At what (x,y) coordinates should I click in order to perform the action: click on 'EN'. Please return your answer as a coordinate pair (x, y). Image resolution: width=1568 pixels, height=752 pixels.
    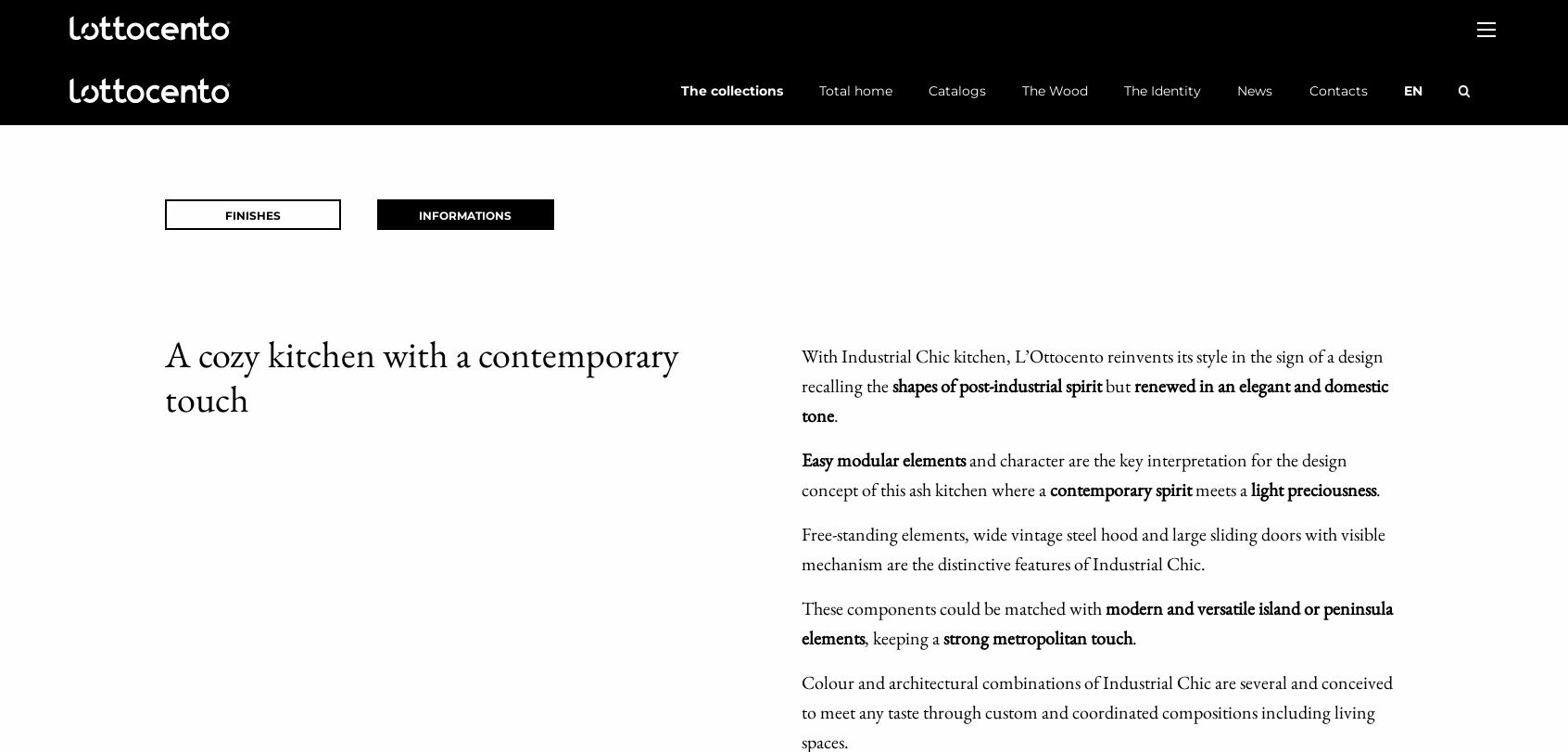
    Looking at the image, I should click on (1411, 90).